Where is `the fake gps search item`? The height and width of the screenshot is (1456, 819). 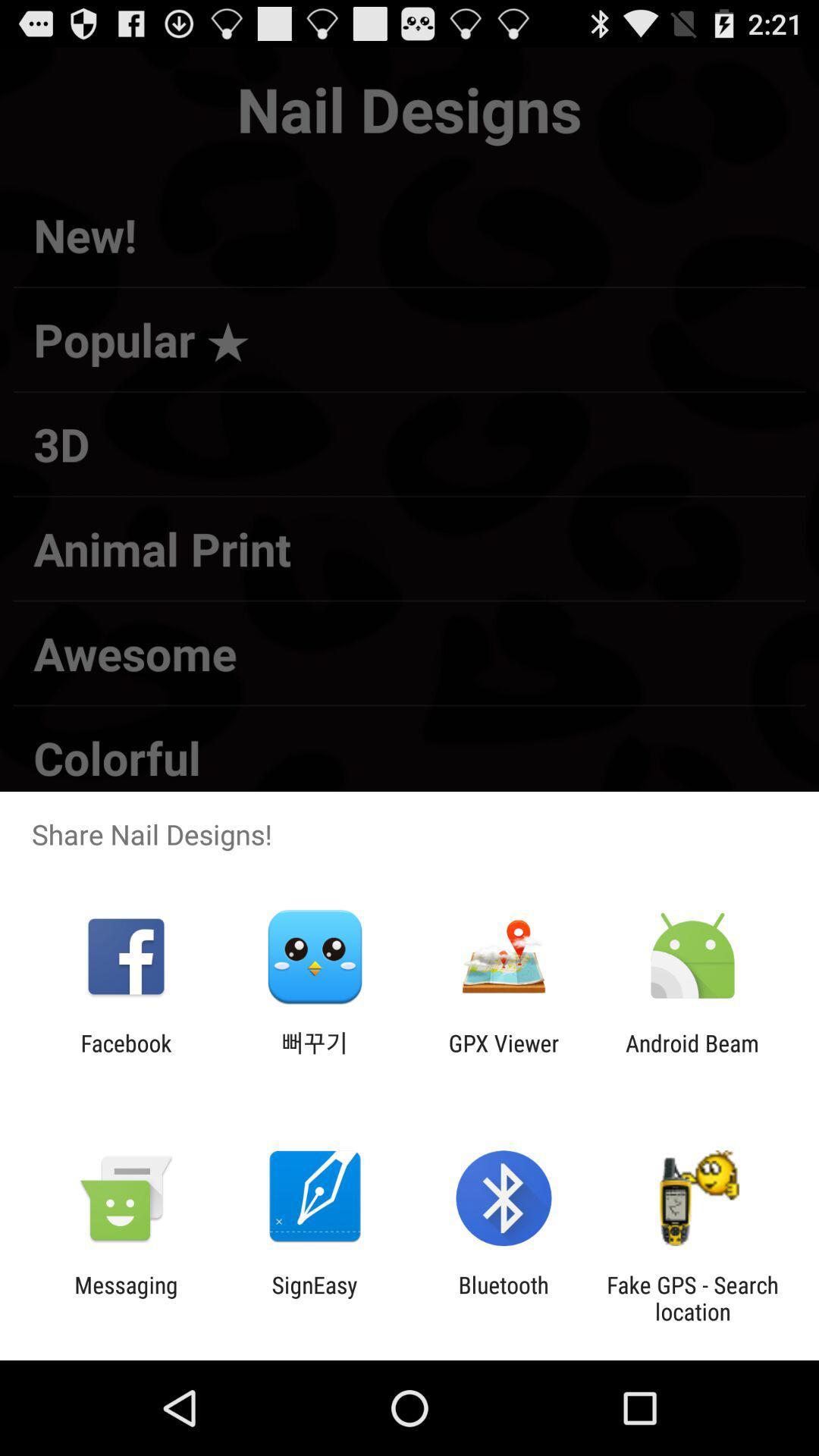
the fake gps search item is located at coordinates (692, 1298).